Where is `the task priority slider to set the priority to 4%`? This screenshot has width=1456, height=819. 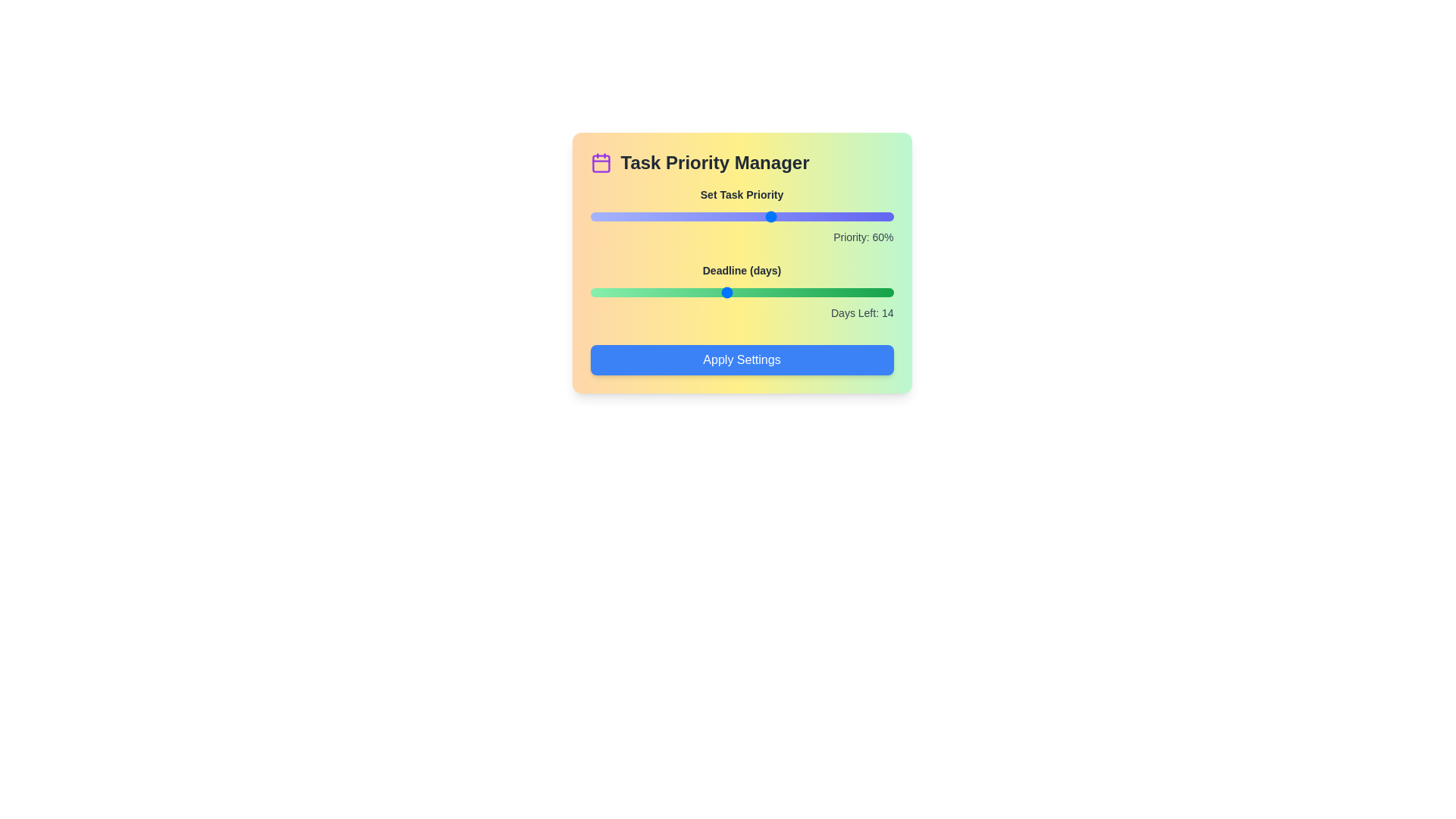 the task priority slider to set the priority to 4% is located at coordinates (601, 216).